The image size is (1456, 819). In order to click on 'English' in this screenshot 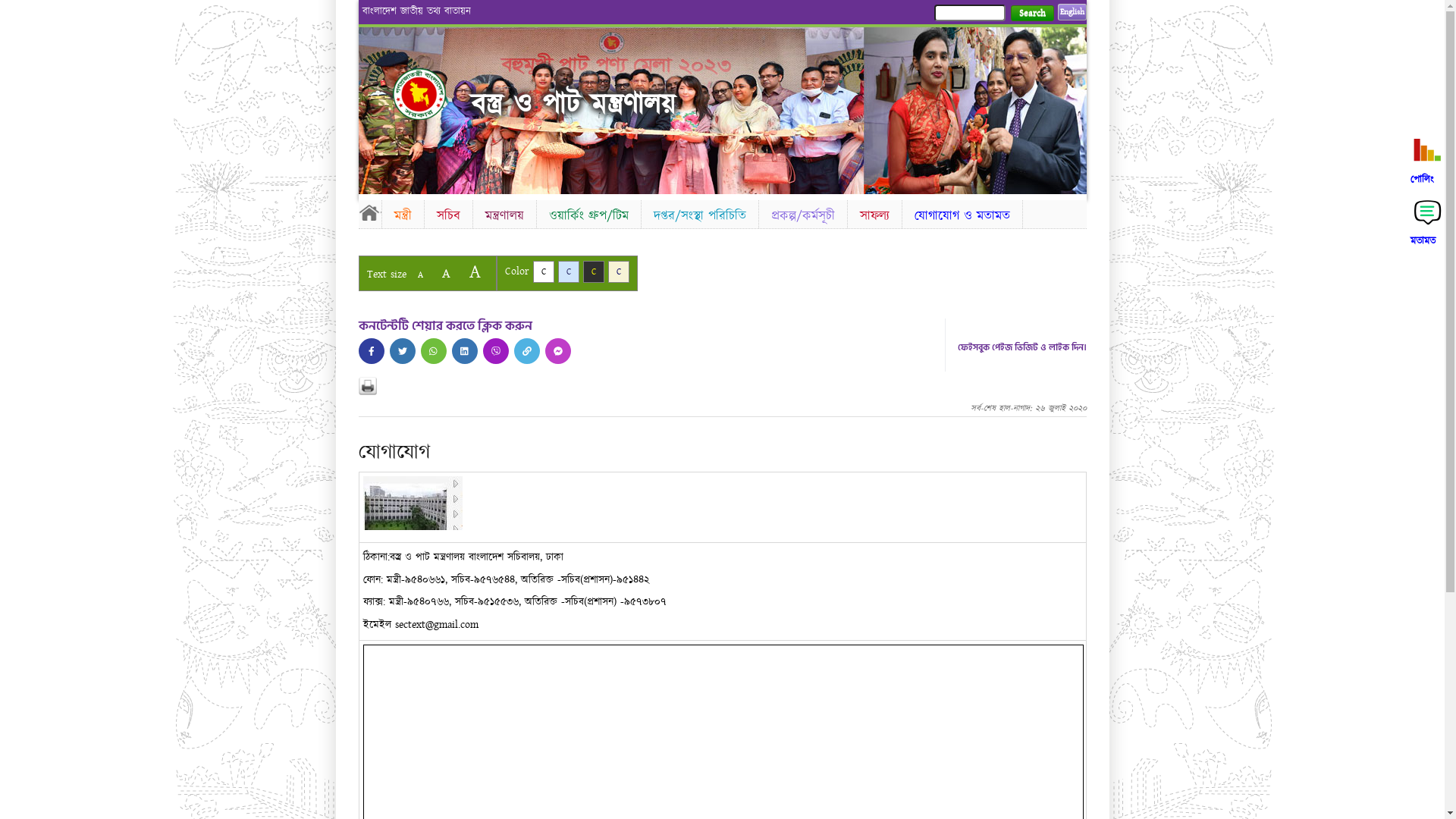, I will do `click(1070, 11)`.